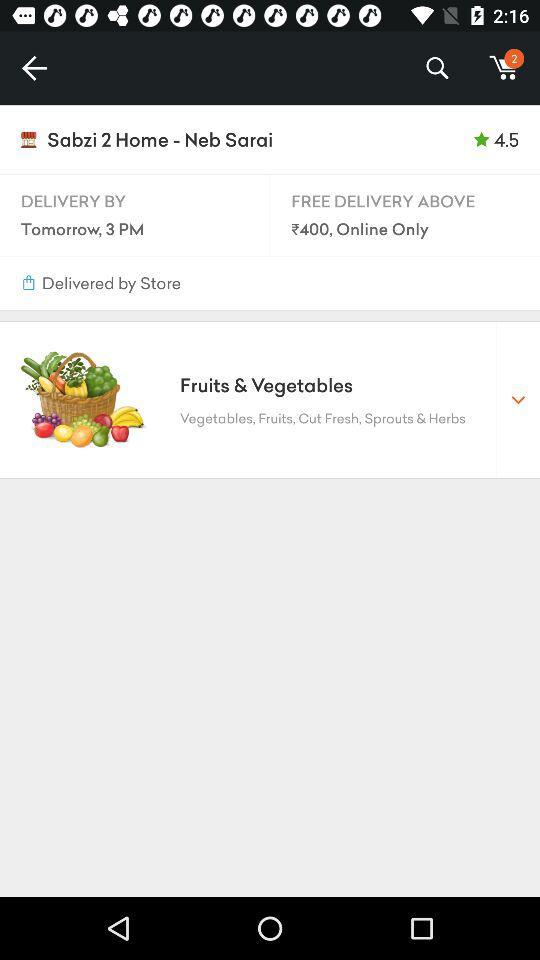 Image resolution: width=540 pixels, height=960 pixels. Describe the element at coordinates (503, 68) in the screenshot. I see `m icon` at that location.